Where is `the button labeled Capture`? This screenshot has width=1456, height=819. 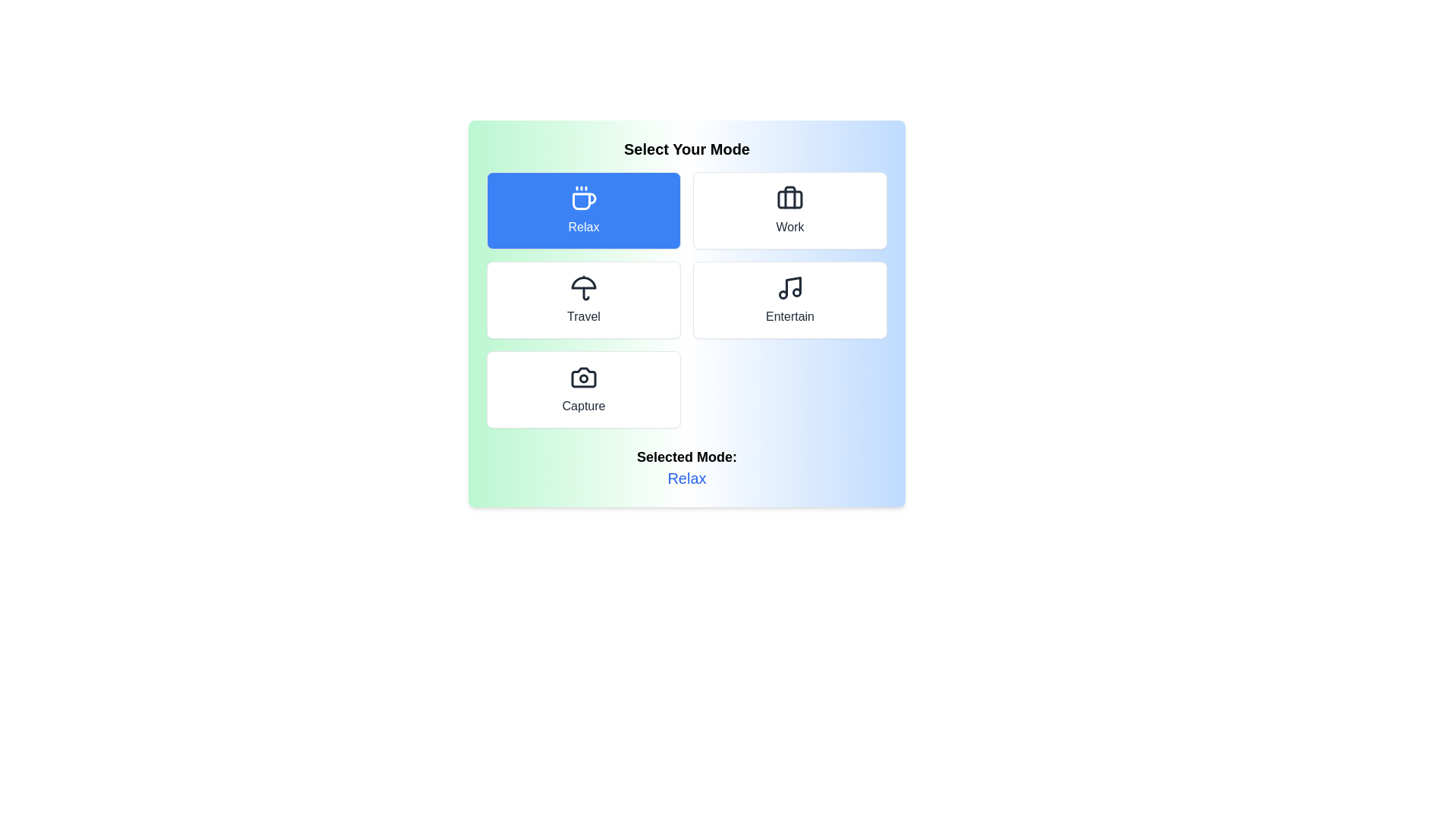 the button labeled Capture is located at coordinates (582, 388).